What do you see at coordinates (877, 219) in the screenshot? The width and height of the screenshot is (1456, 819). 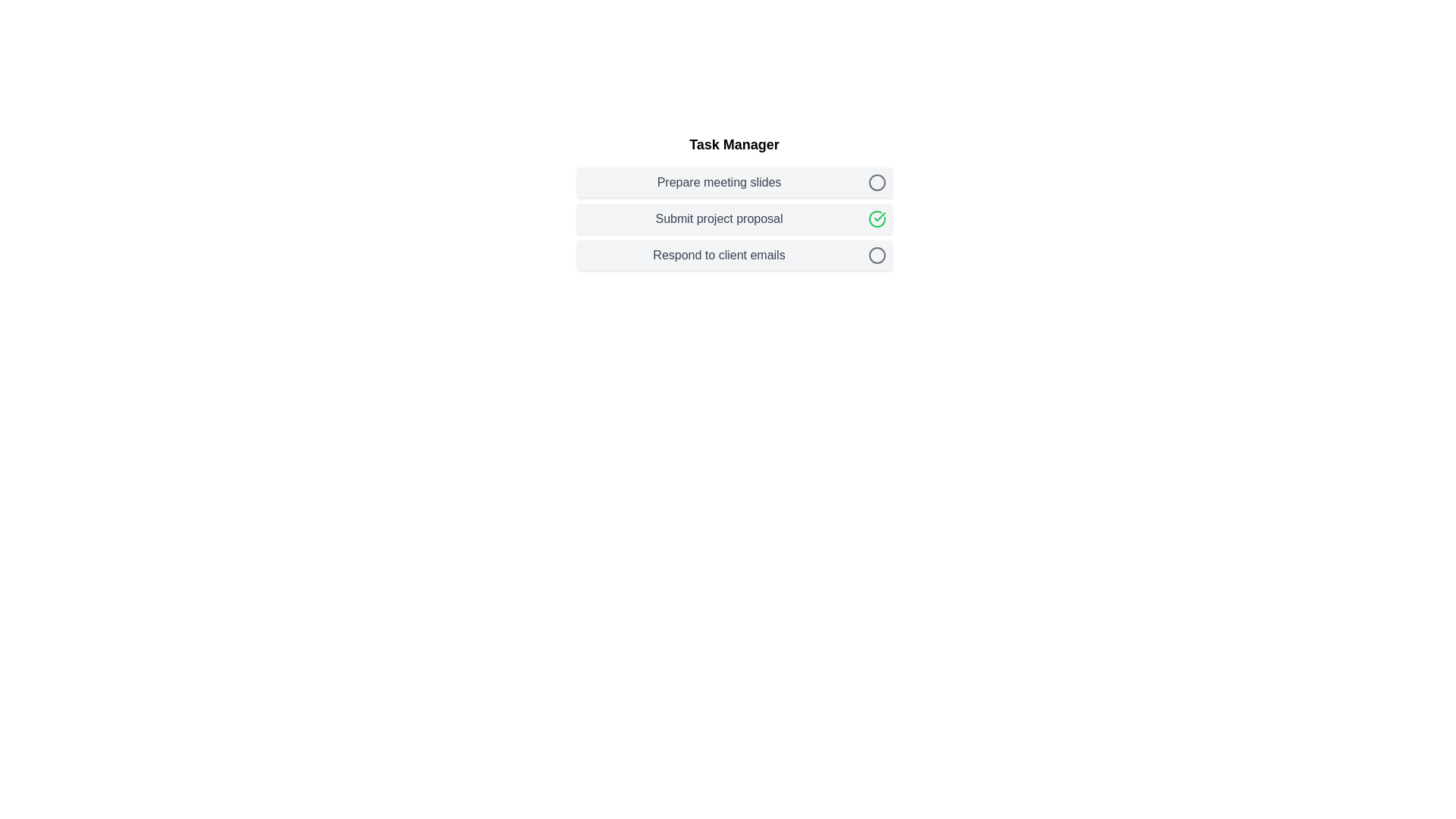 I see `the green circular icon with a checkmark located to the right of the text 'Submit project proposal' in the second row of a three-row list` at bounding box center [877, 219].